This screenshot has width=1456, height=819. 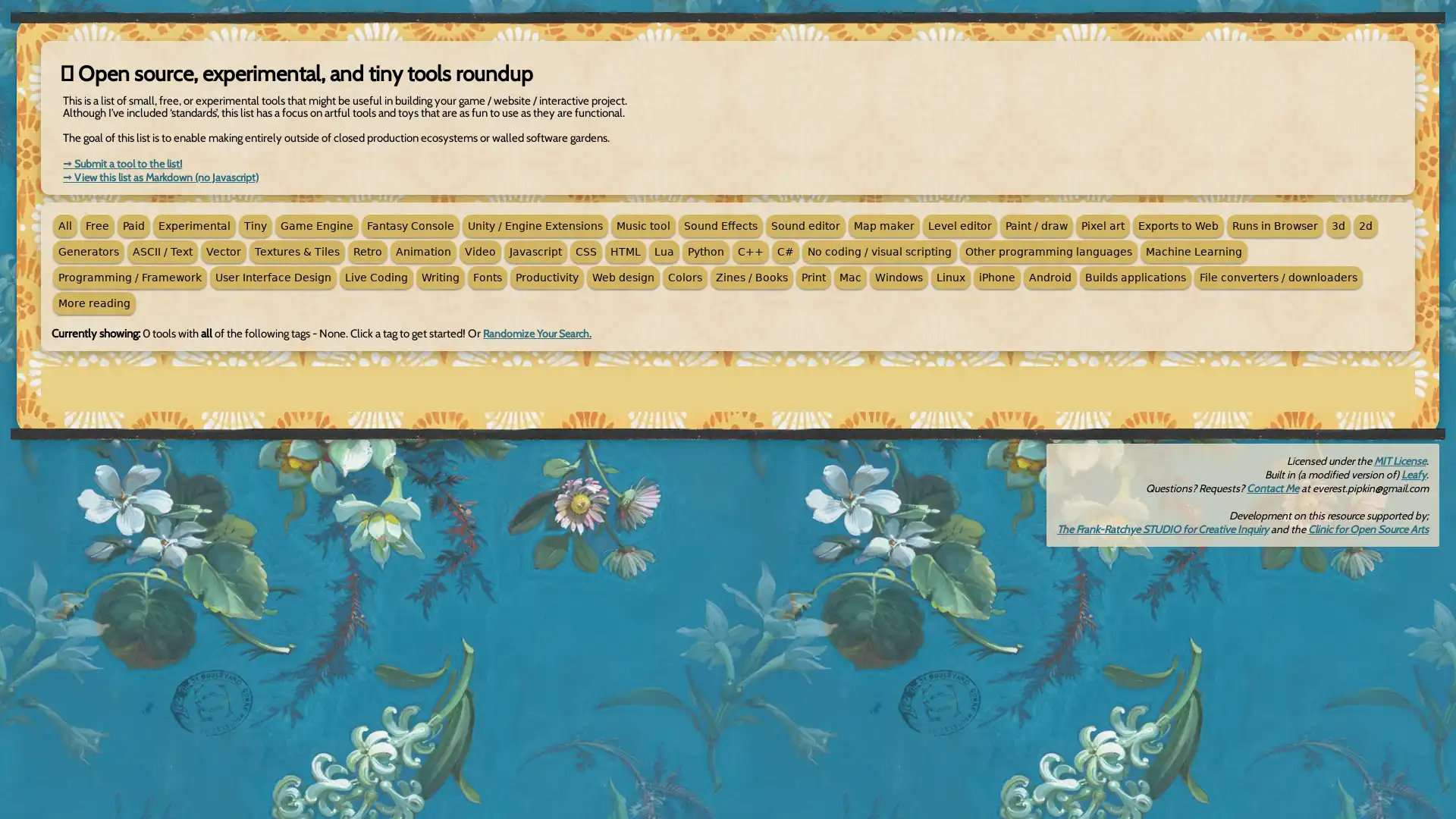 What do you see at coordinates (664, 250) in the screenshot?
I see `Lua` at bounding box center [664, 250].